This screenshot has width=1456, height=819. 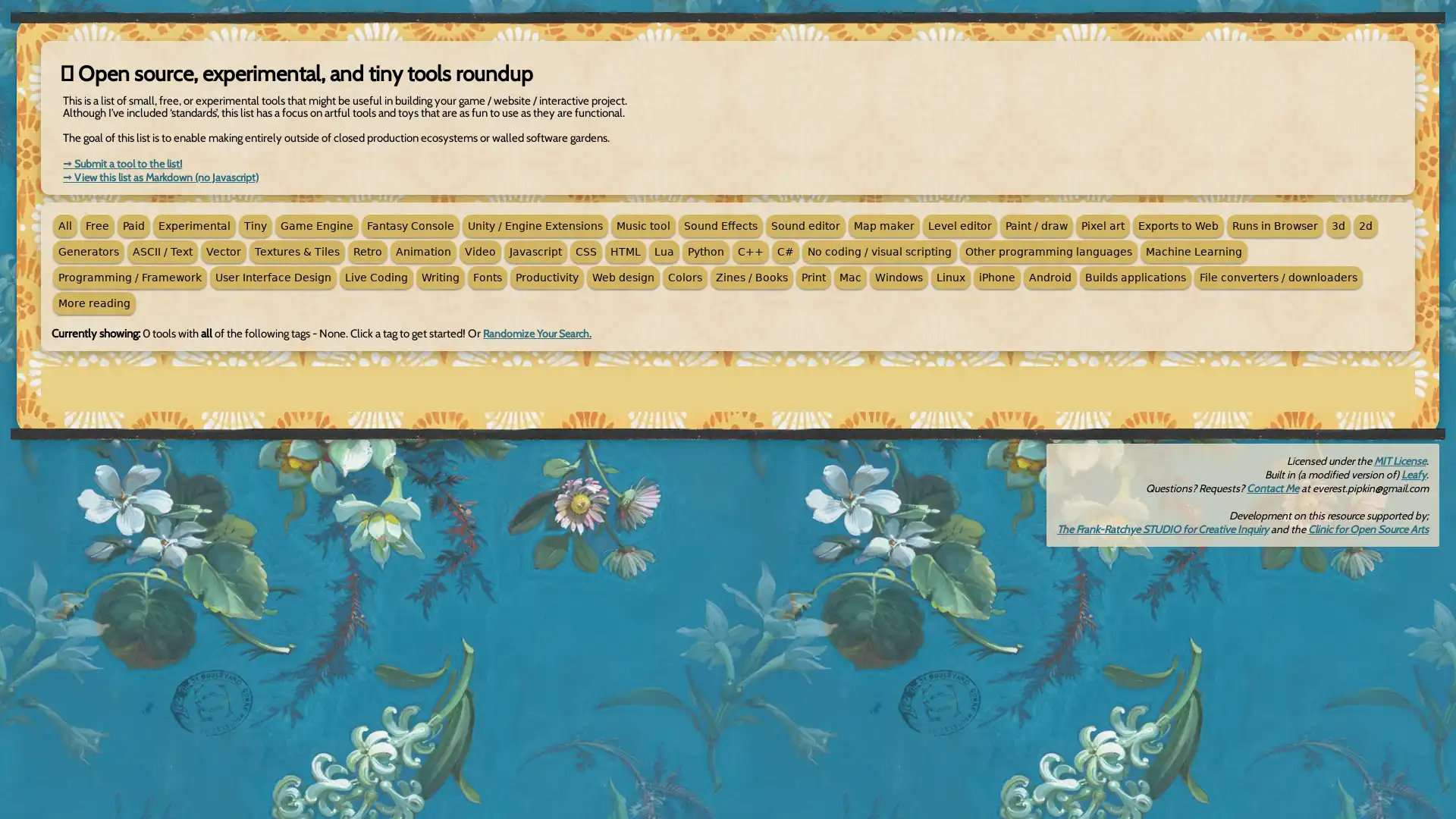 What do you see at coordinates (664, 250) in the screenshot?
I see `Lua` at bounding box center [664, 250].